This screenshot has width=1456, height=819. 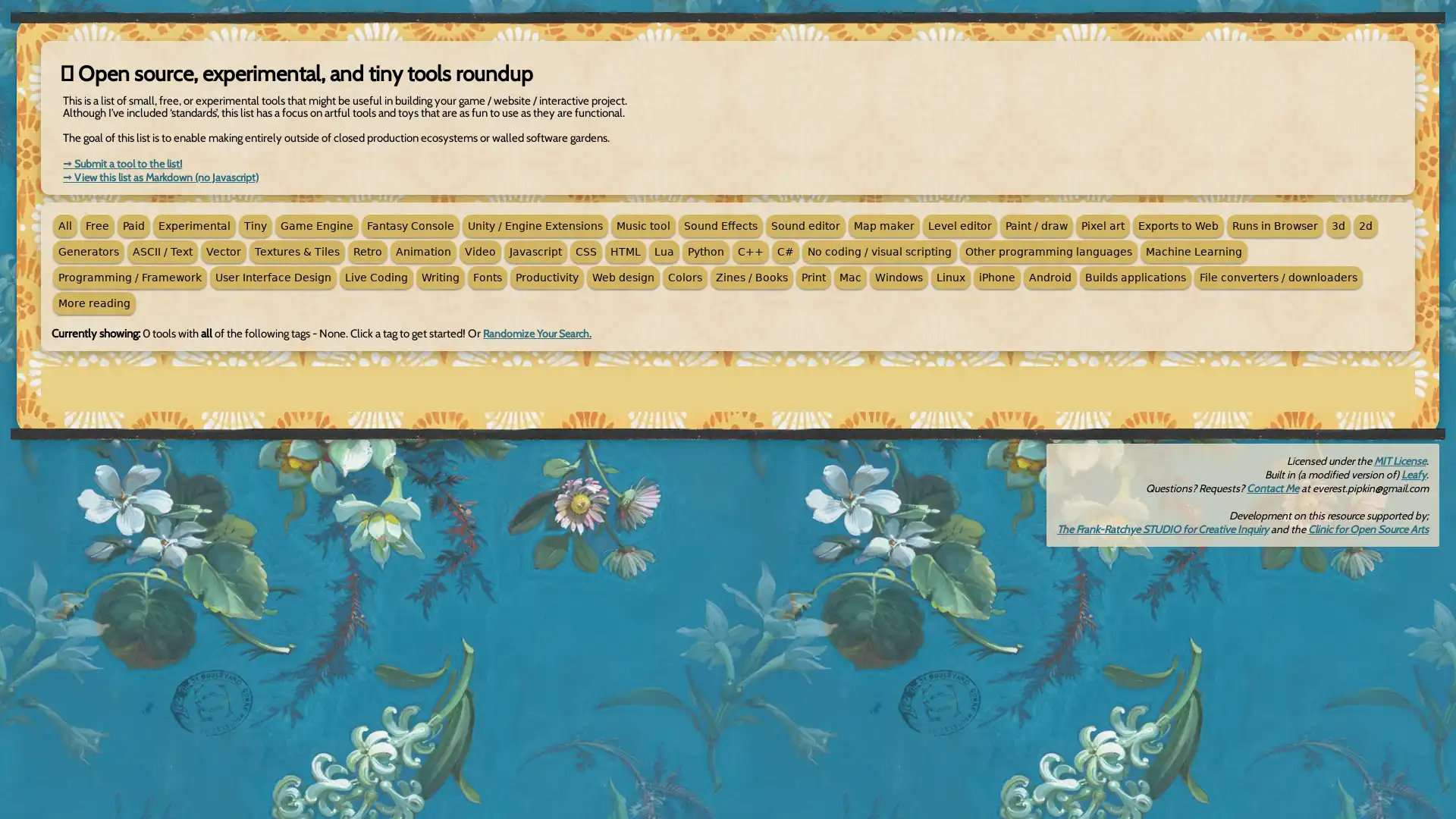 What do you see at coordinates (664, 250) in the screenshot?
I see `Lua` at bounding box center [664, 250].